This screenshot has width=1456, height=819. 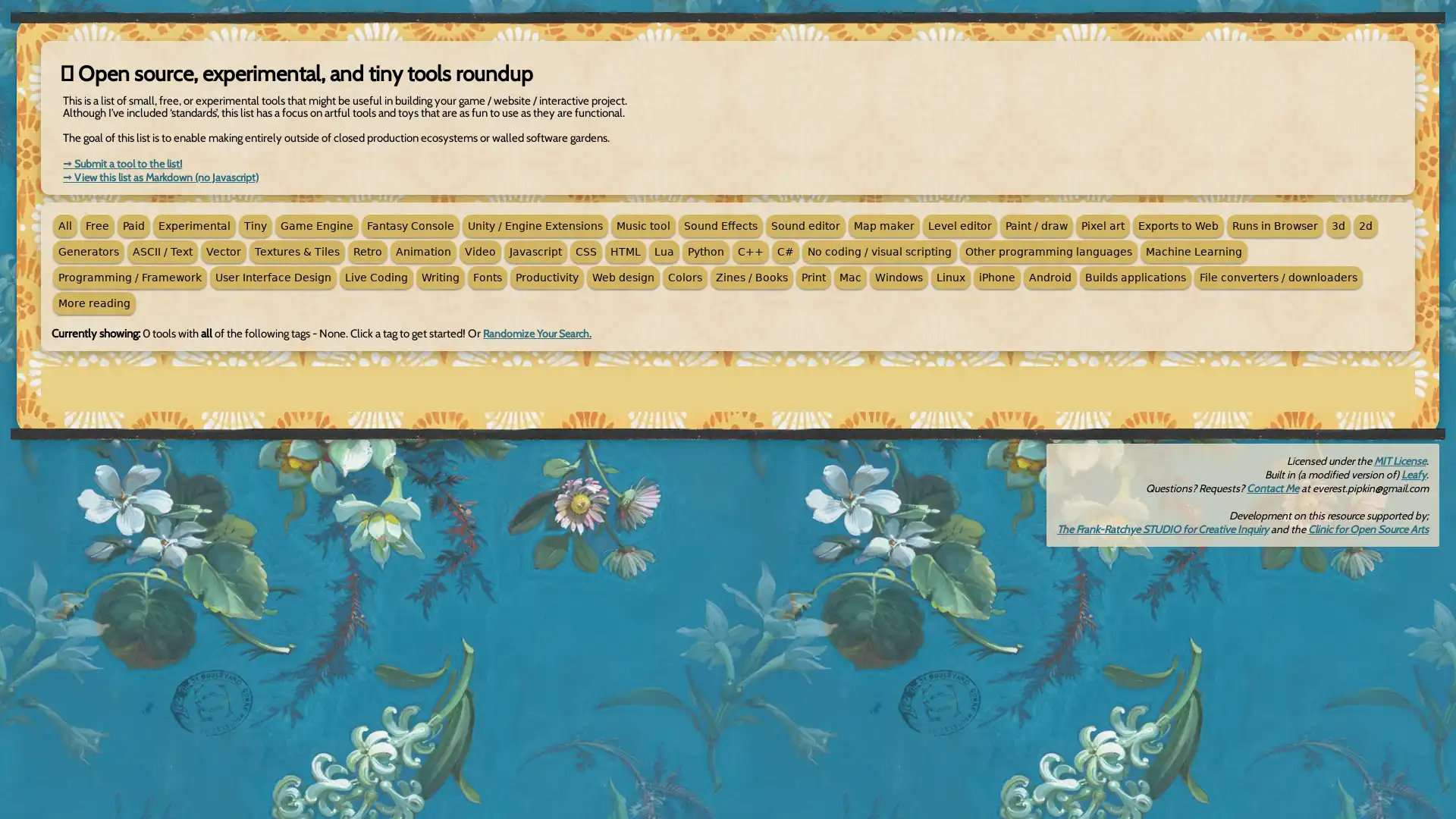 What do you see at coordinates (664, 250) in the screenshot?
I see `Lua` at bounding box center [664, 250].